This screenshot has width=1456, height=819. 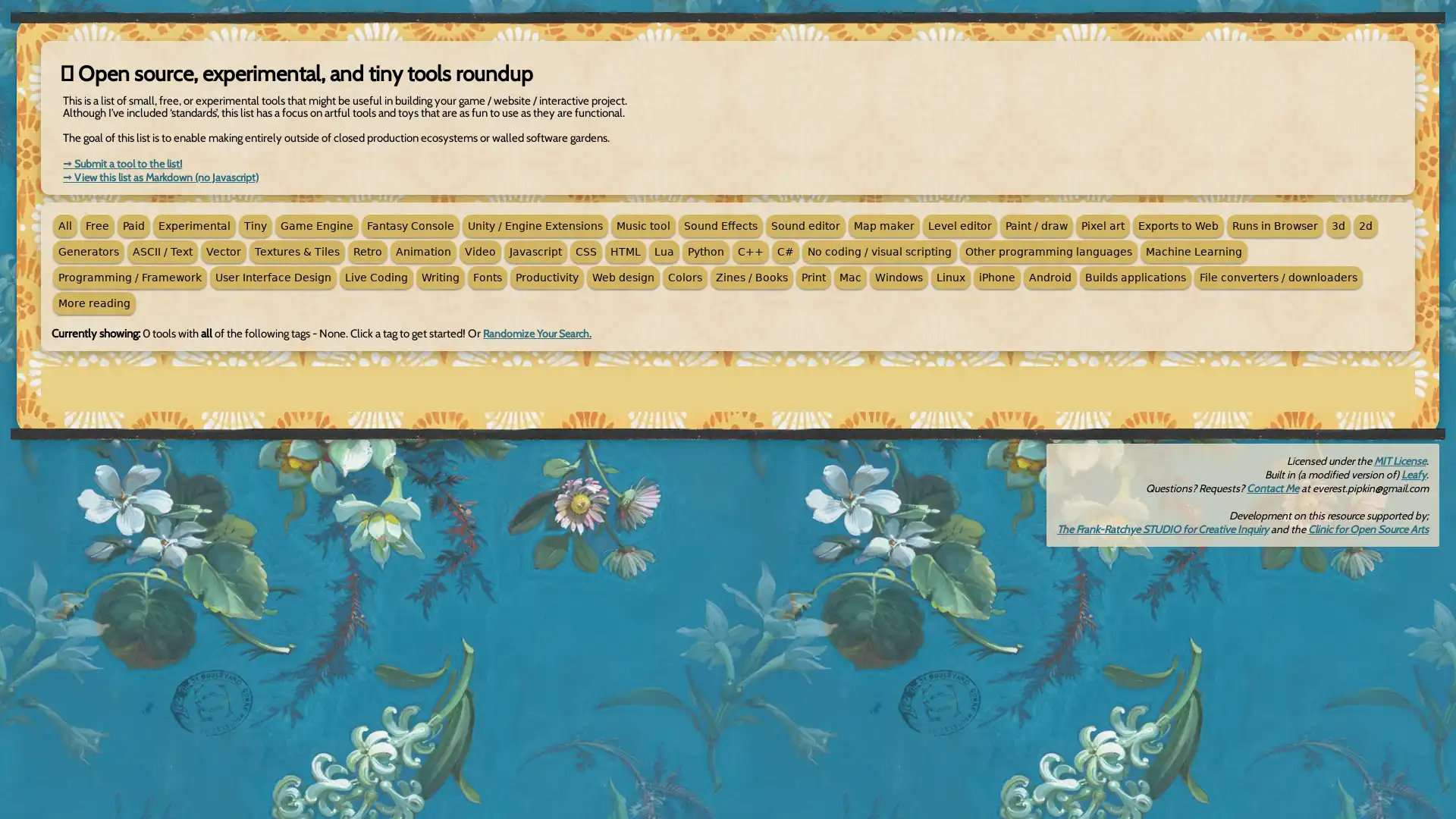 What do you see at coordinates (664, 250) in the screenshot?
I see `Lua` at bounding box center [664, 250].